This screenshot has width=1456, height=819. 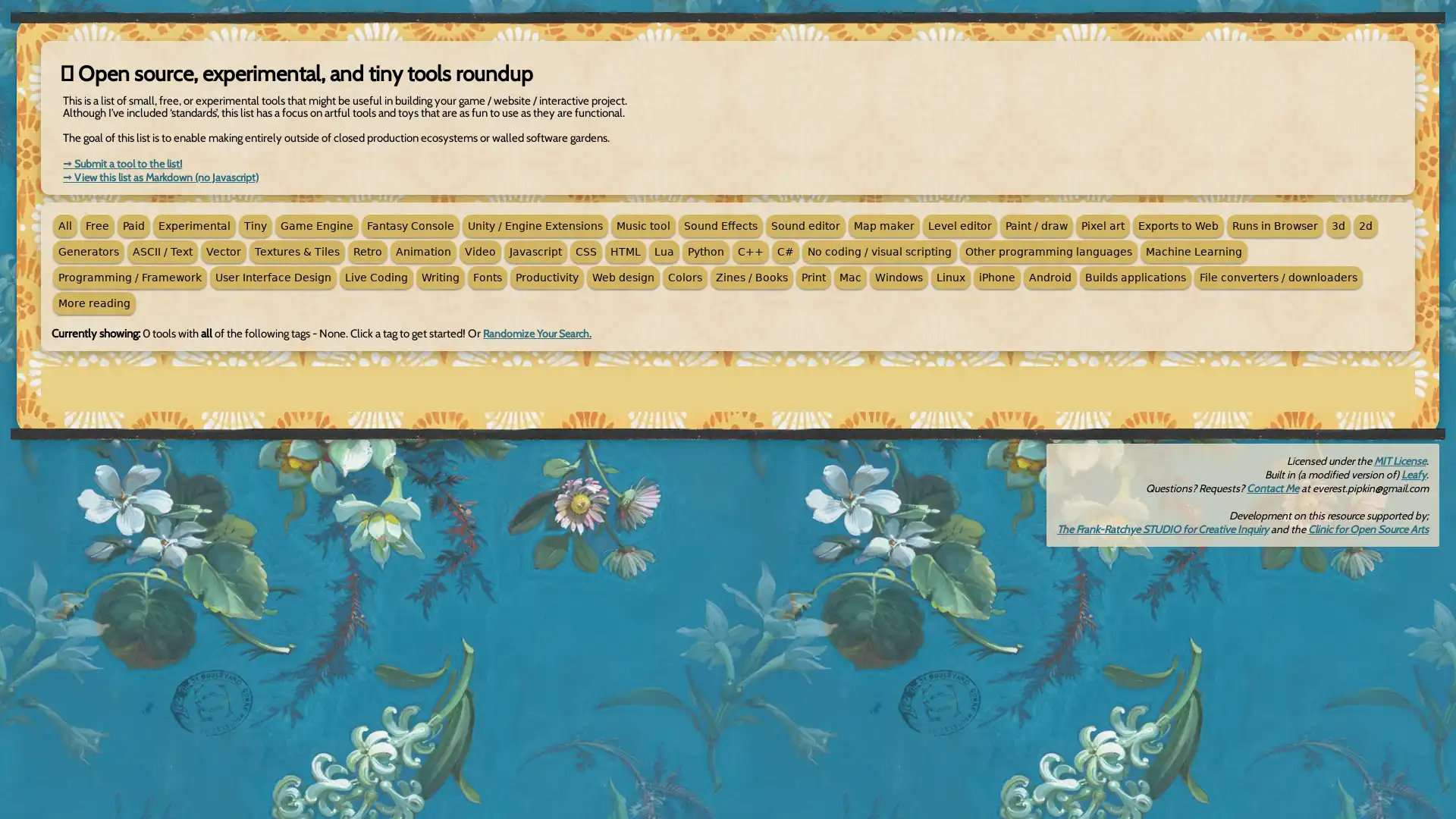 What do you see at coordinates (664, 250) in the screenshot?
I see `Lua` at bounding box center [664, 250].